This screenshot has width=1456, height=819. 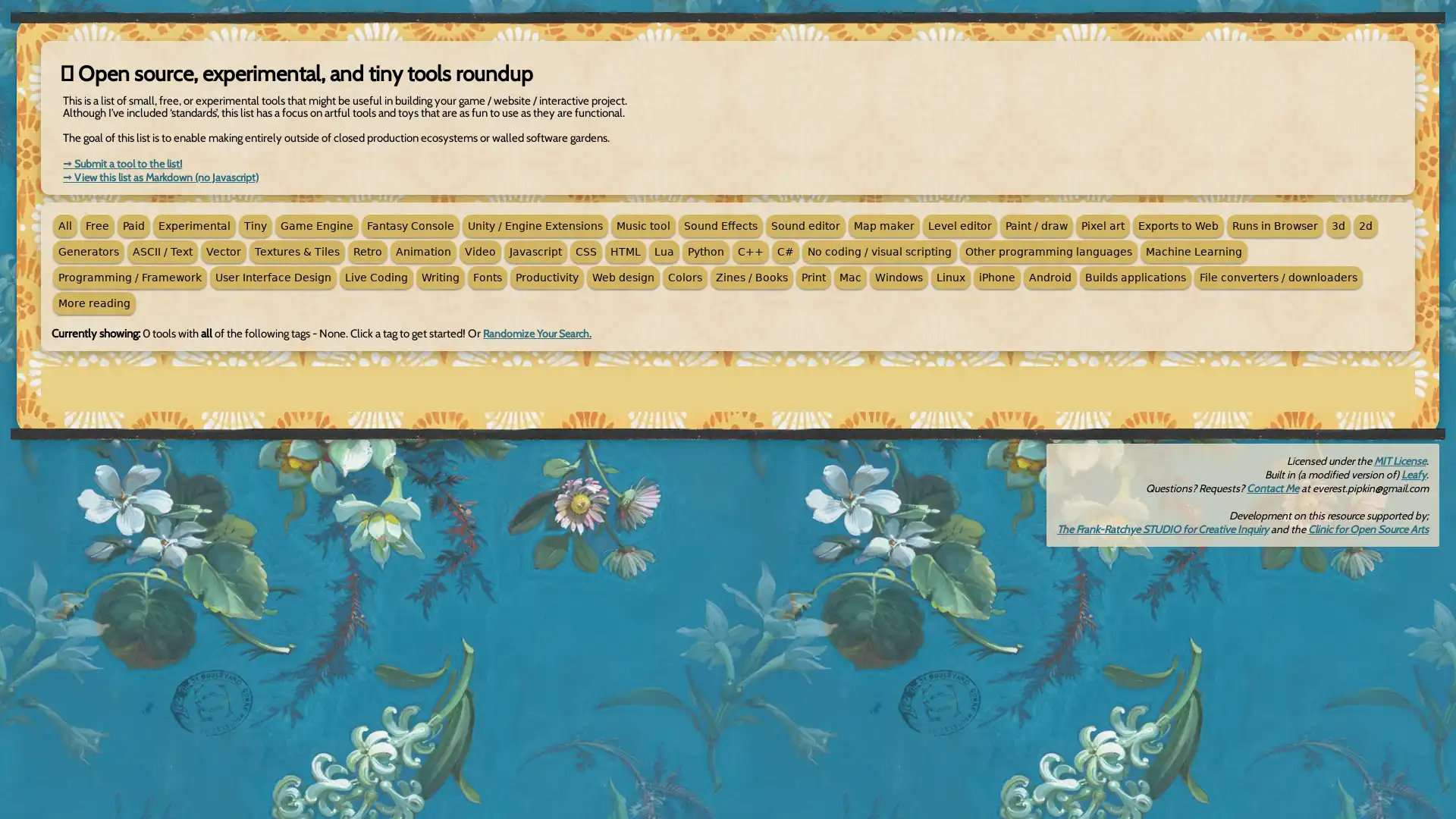 What do you see at coordinates (664, 250) in the screenshot?
I see `Lua` at bounding box center [664, 250].